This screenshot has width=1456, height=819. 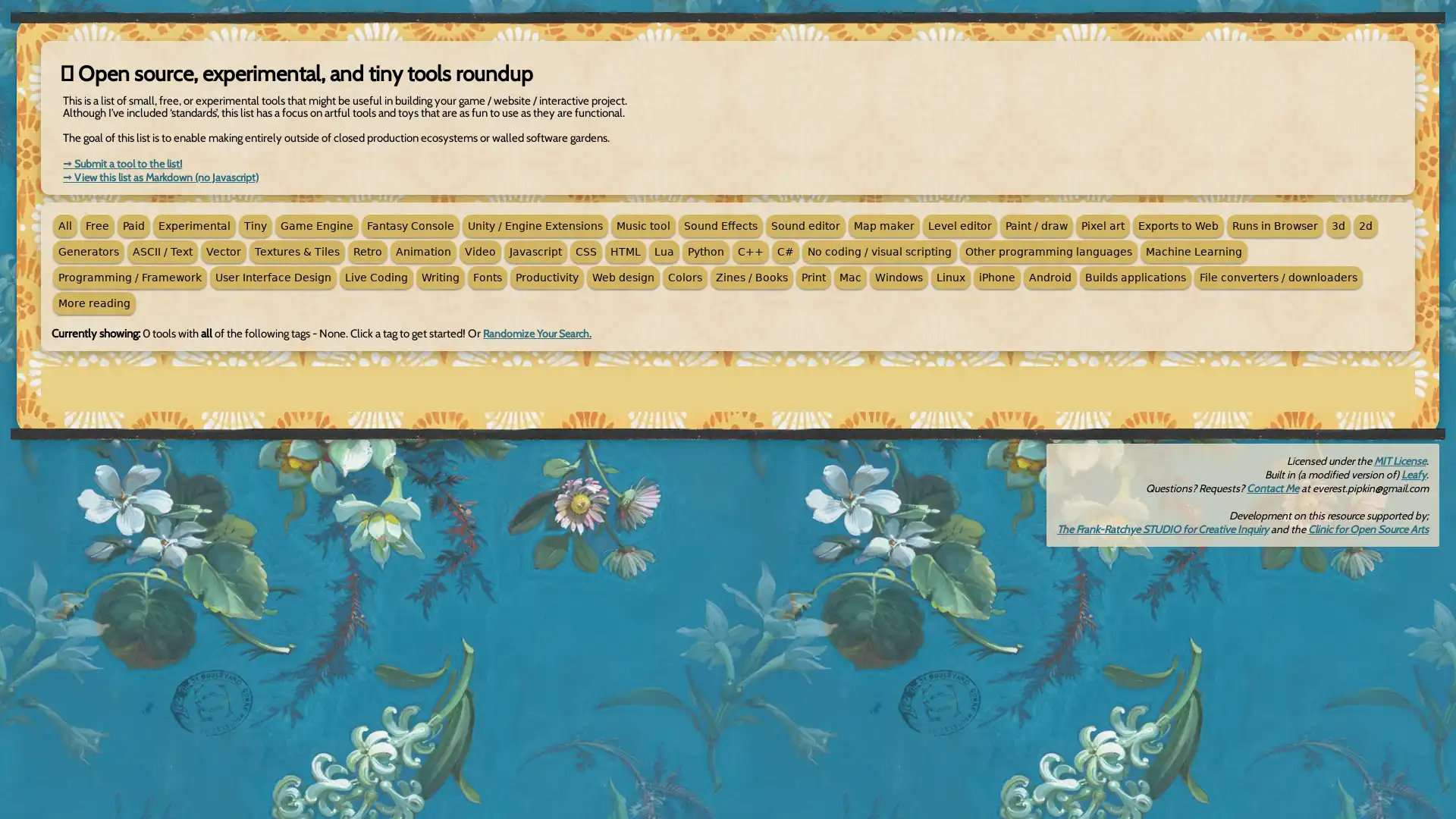 What do you see at coordinates (664, 250) in the screenshot?
I see `Lua` at bounding box center [664, 250].